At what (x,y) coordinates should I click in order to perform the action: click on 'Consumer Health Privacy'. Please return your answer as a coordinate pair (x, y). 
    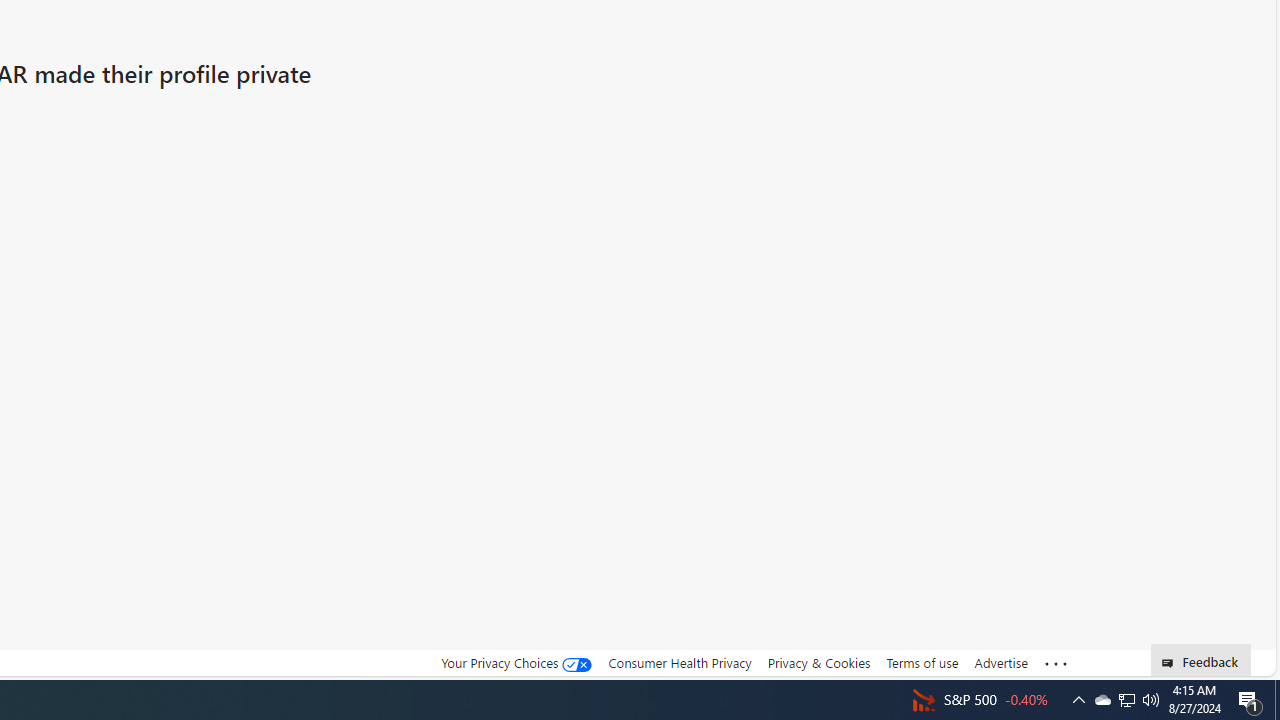
    Looking at the image, I should click on (680, 663).